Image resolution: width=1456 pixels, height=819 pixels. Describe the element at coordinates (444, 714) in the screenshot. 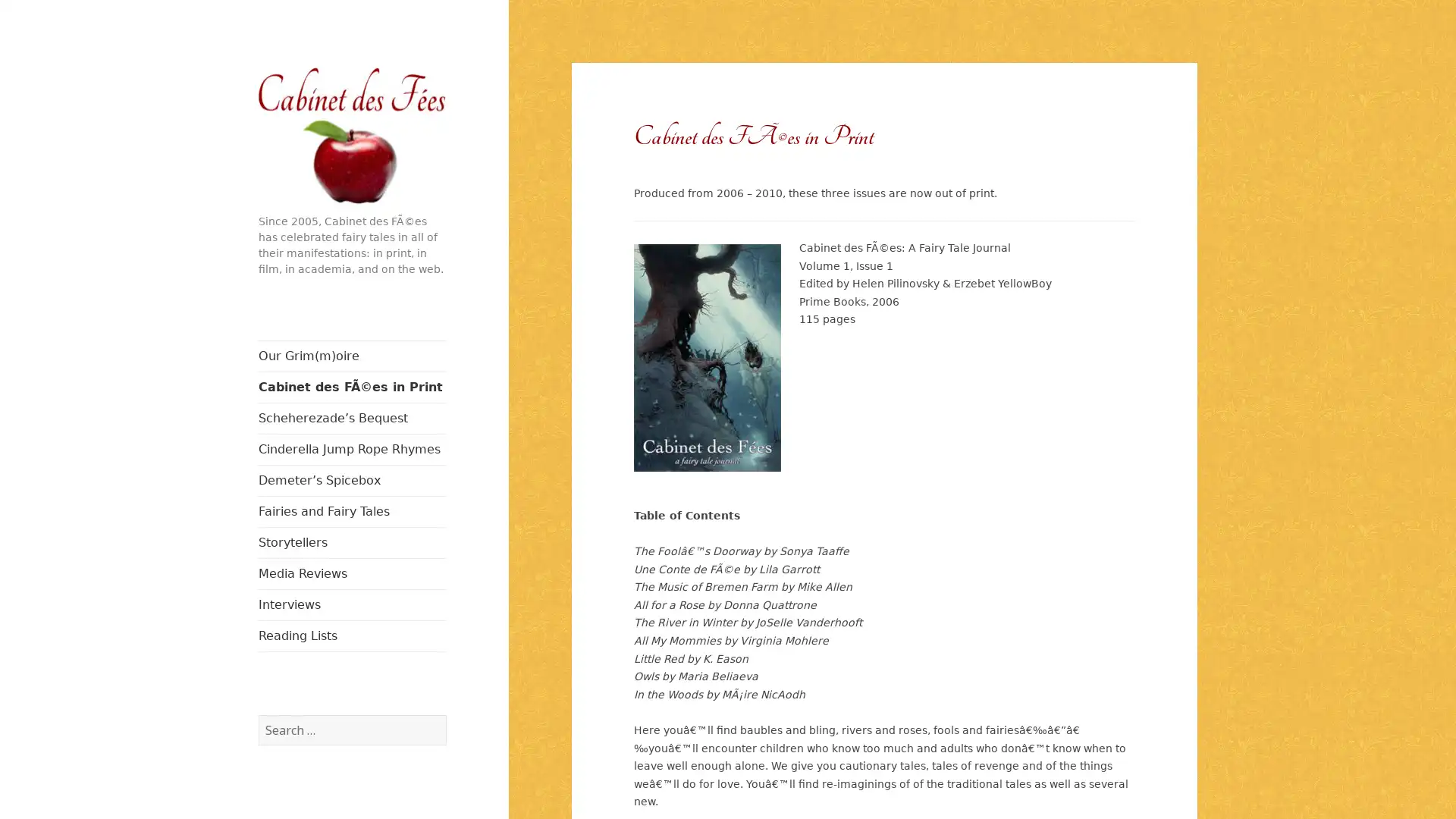

I see `Search` at that location.